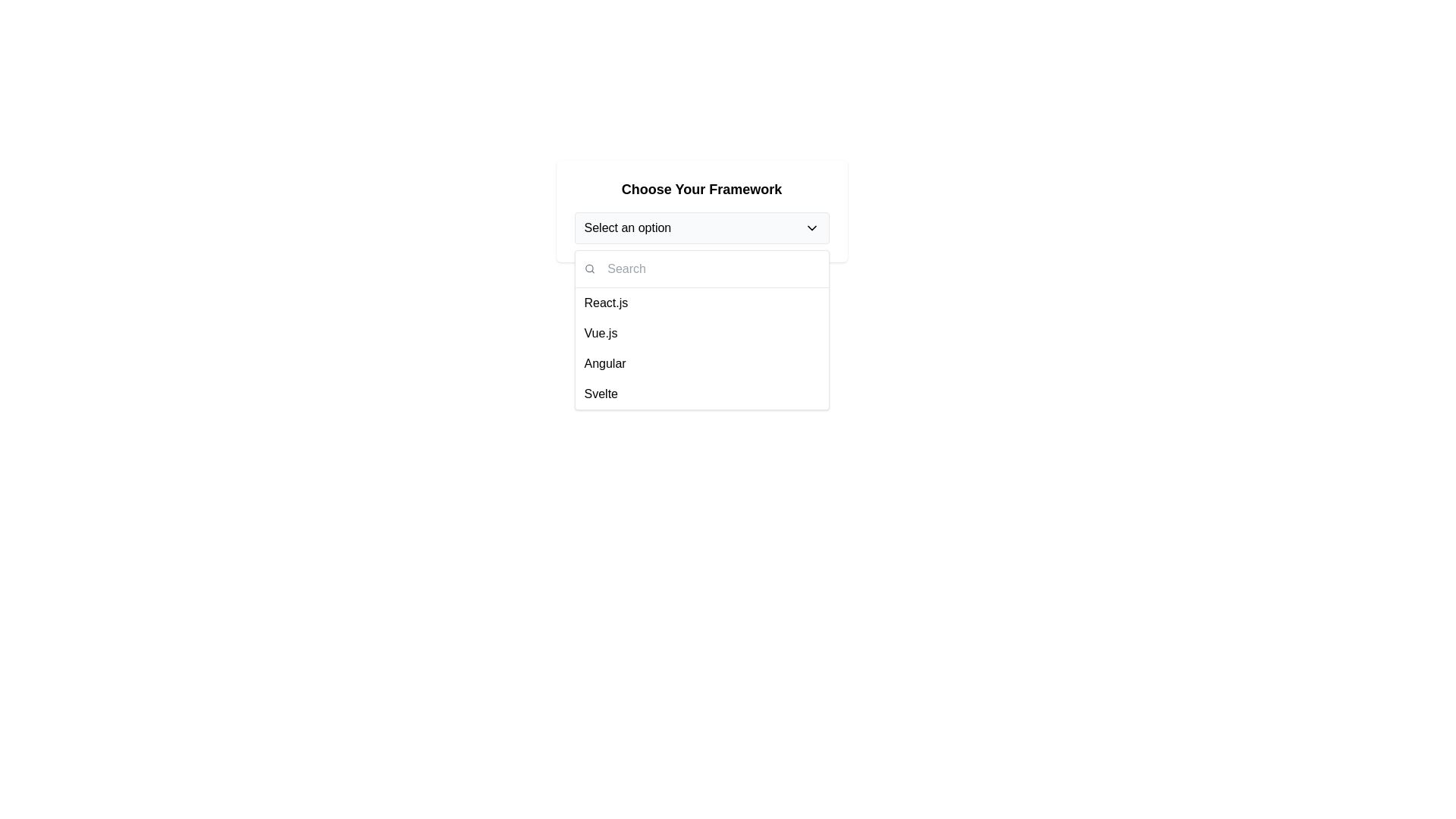  Describe the element at coordinates (604, 363) in the screenshot. I see `the third option in the dropdown menu that indicates 'Angular'` at that location.